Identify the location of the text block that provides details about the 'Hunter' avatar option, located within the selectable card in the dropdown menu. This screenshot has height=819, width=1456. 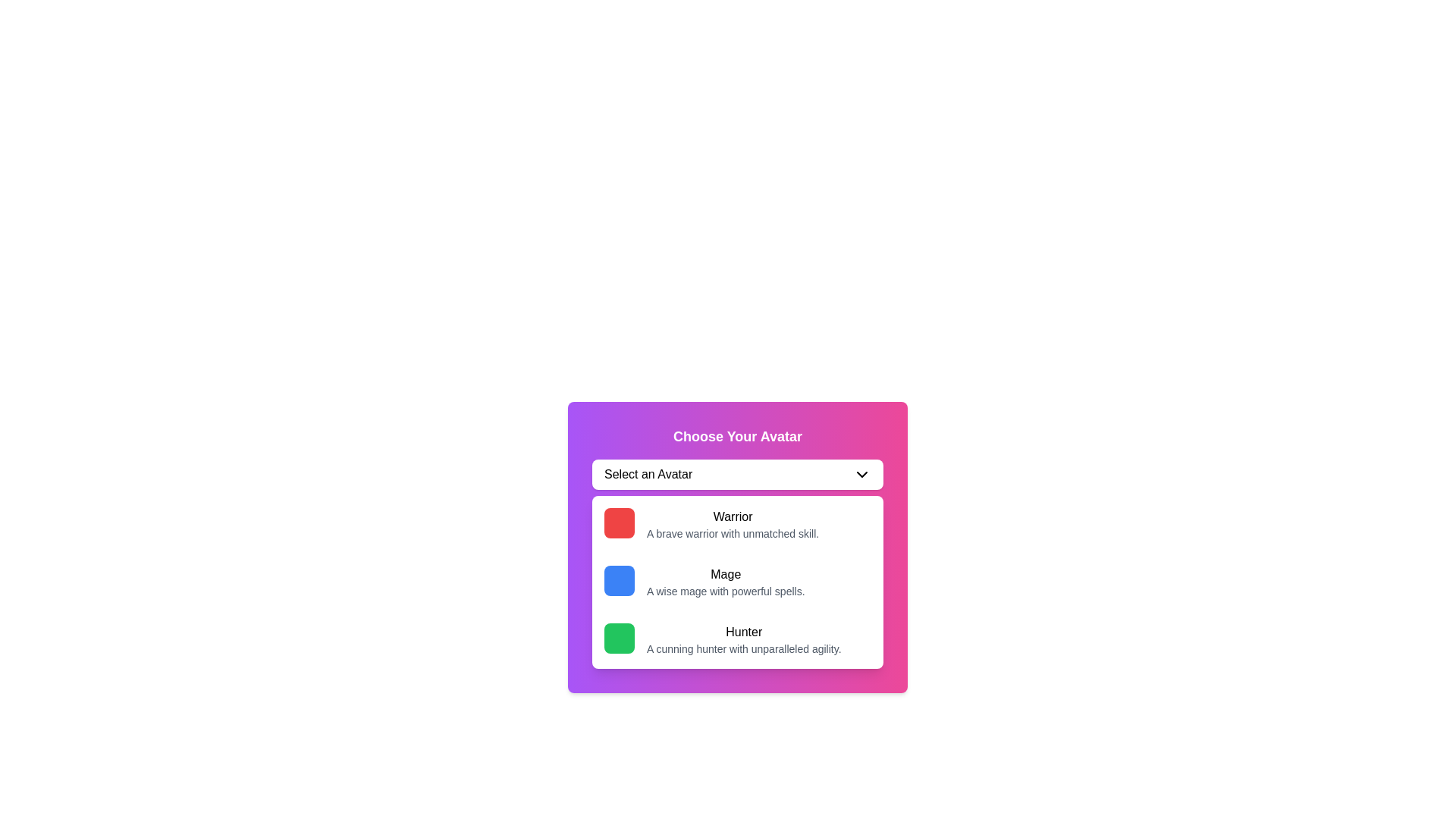
(744, 640).